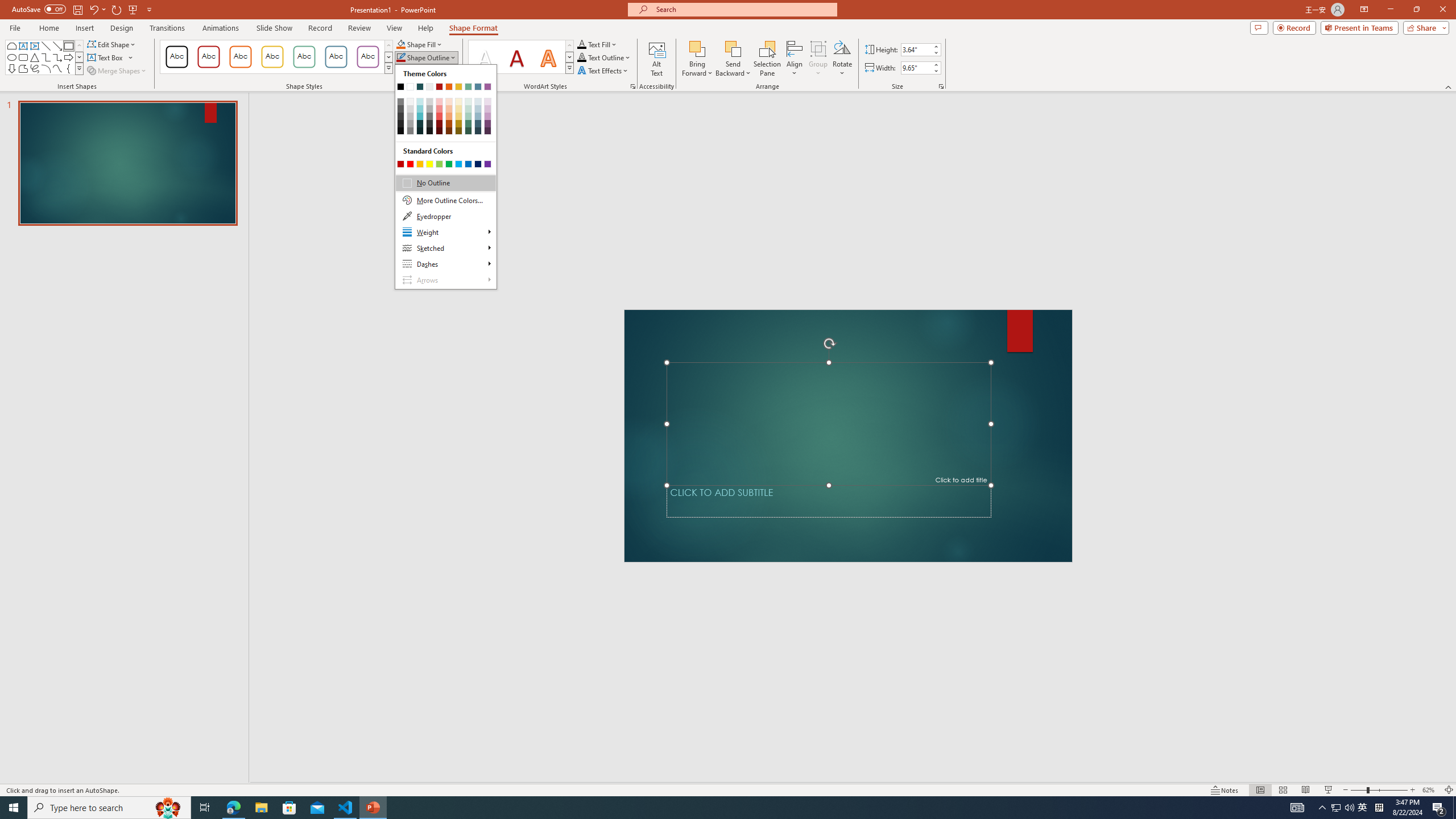 The image size is (1456, 819). What do you see at coordinates (106, 56) in the screenshot?
I see `'Draw Horizontal Text Box'` at bounding box center [106, 56].